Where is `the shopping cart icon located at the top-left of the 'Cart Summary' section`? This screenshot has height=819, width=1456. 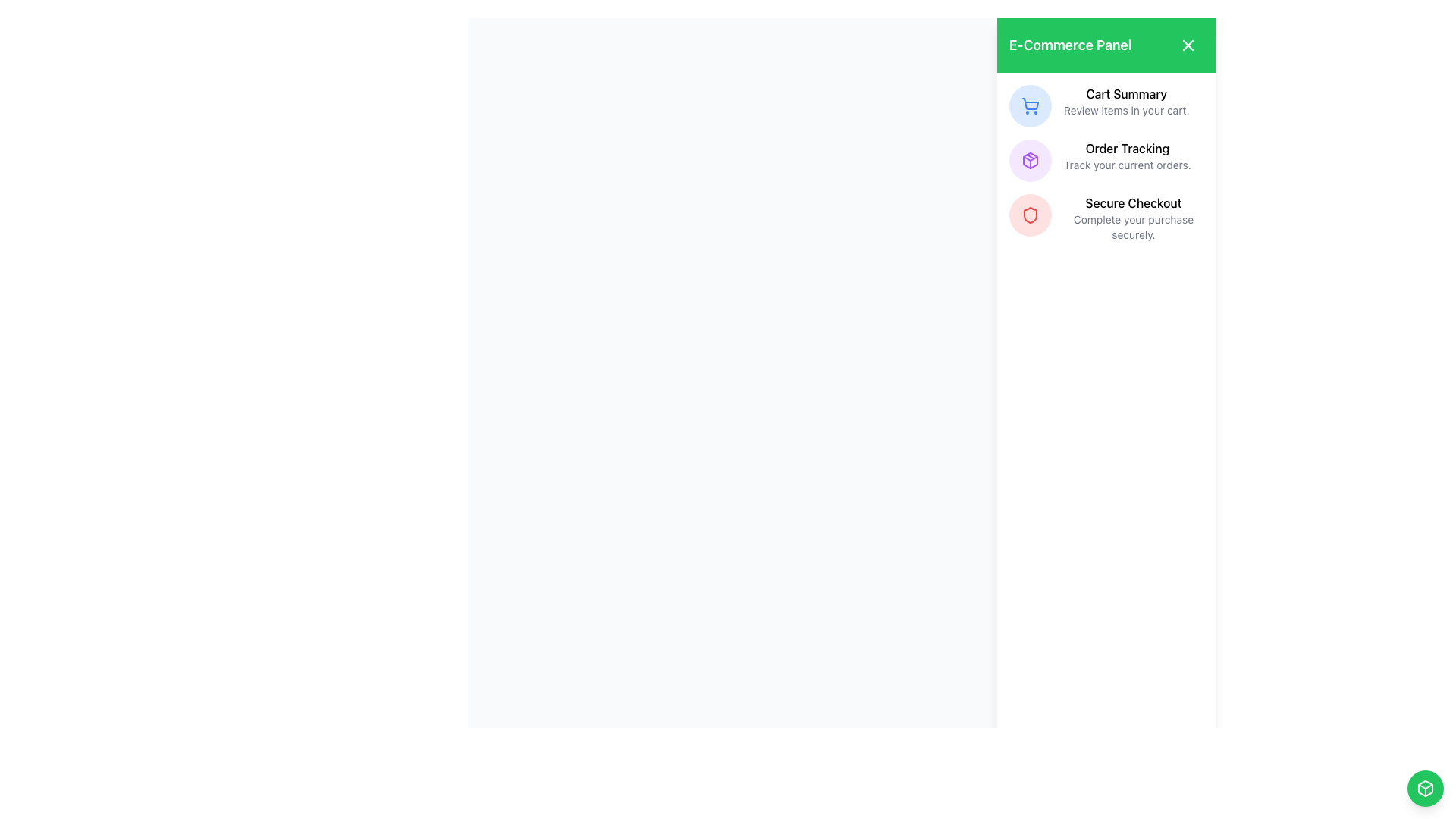 the shopping cart icon located at the top-left of the 'Cart Summary' section is located at coordinates (1030, 105).